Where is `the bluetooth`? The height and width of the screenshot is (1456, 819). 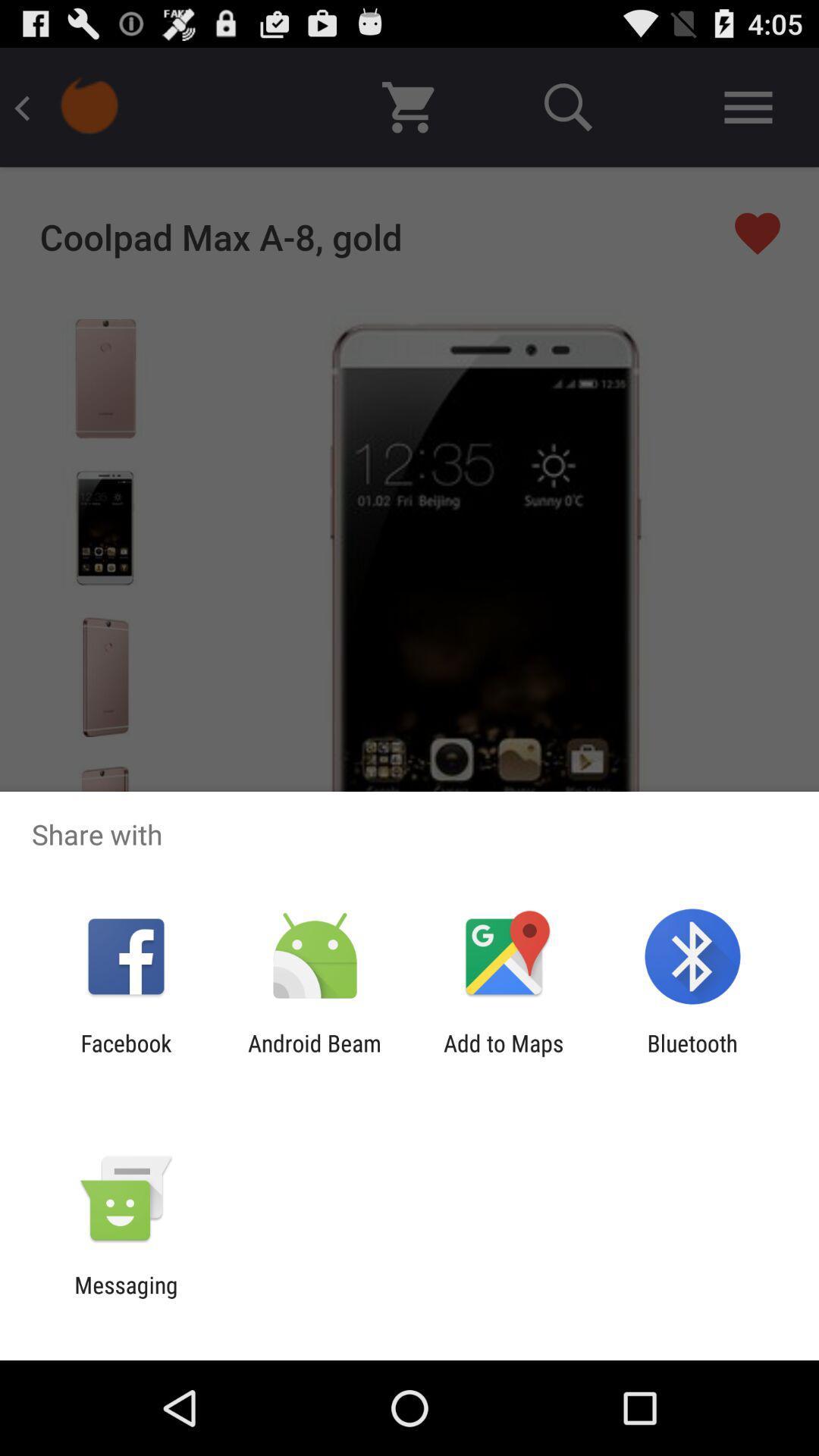
the bluetooth is located at coordinates (692, 1056).